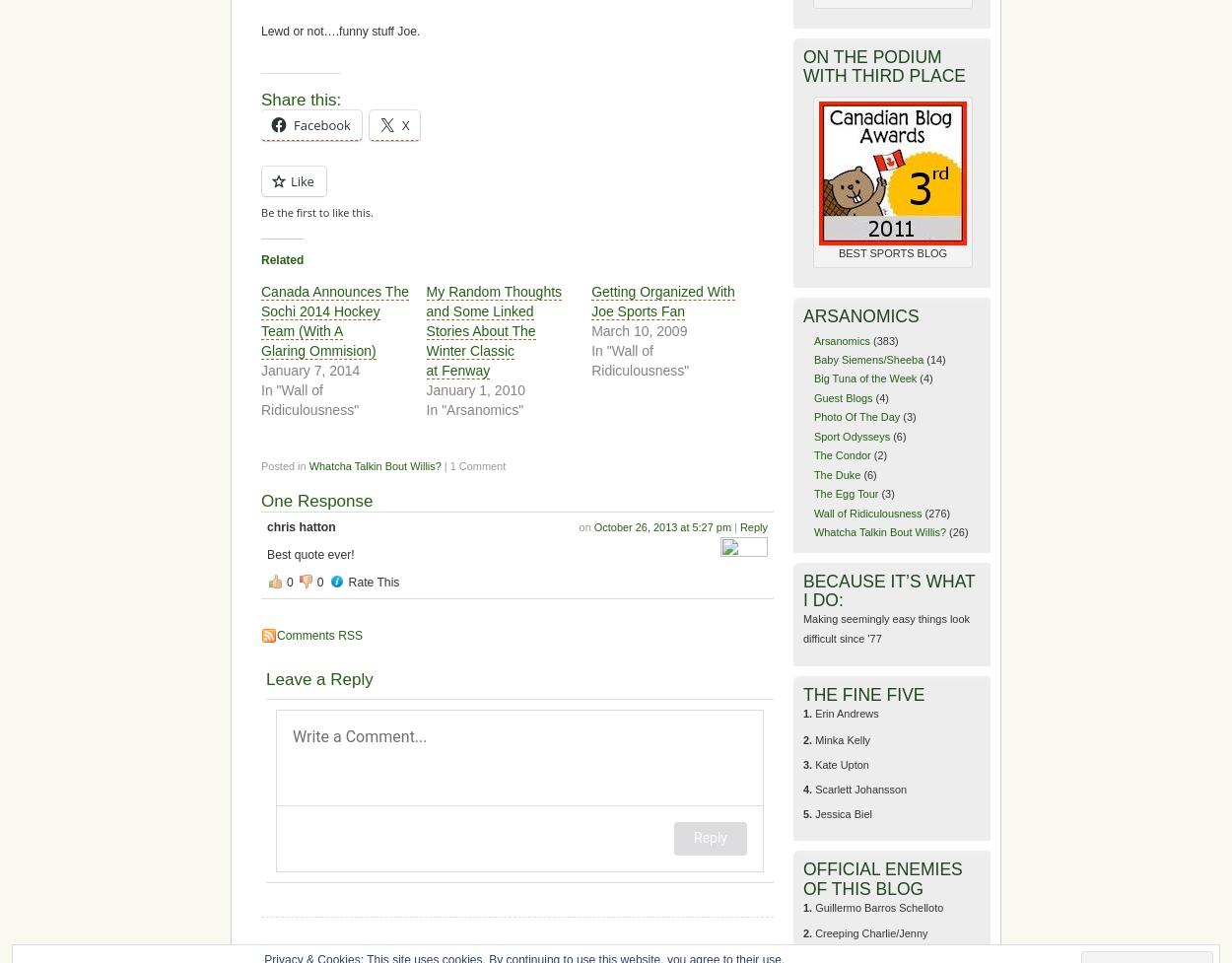 The height and width of the screenshot is (963, 1232). What do you see at coordinates (858, 788) in the screenshot?
I see `'Scarlett Johansson'` at bounding box center [858, 788].